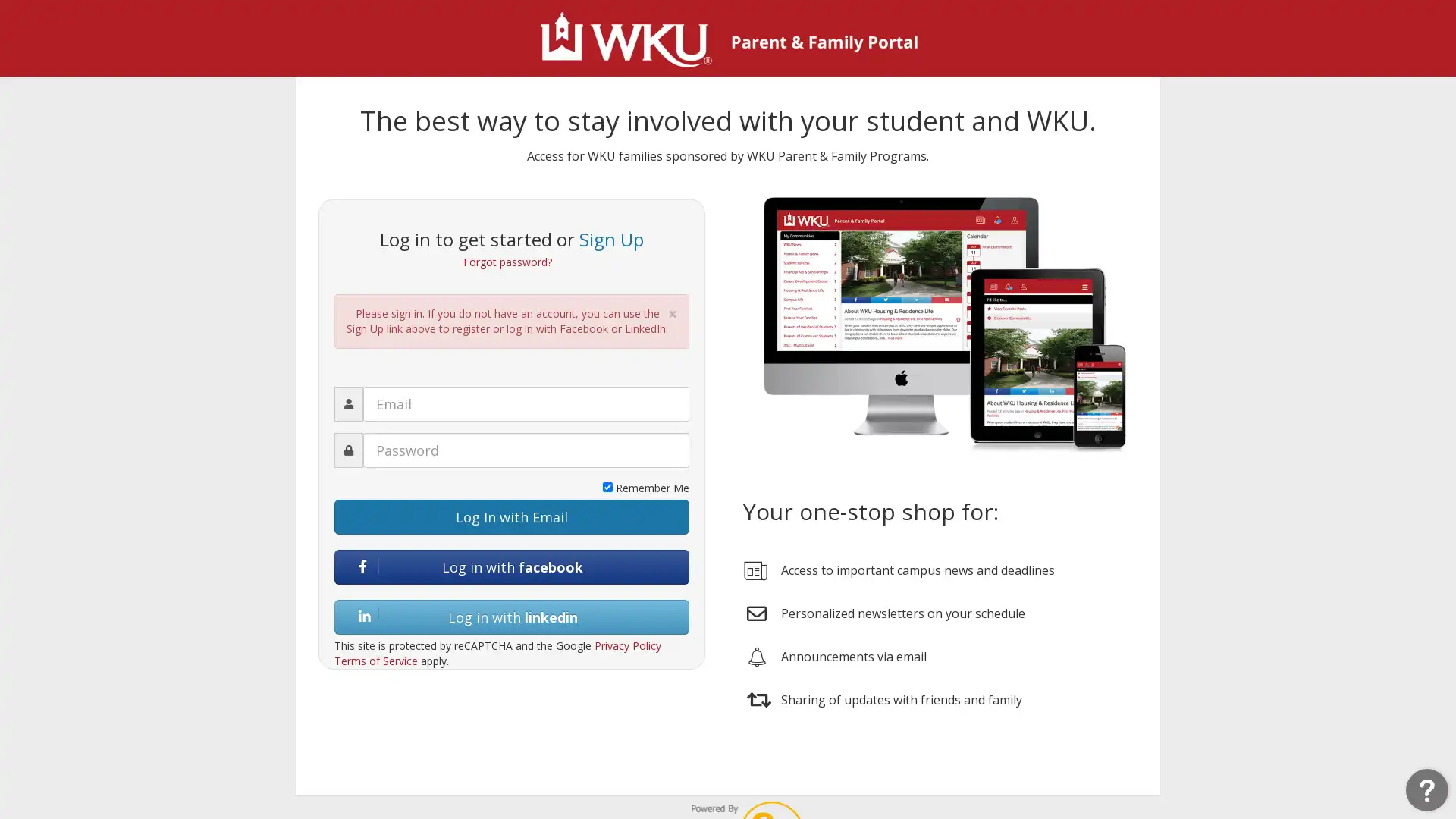 The height and width of the screenshot is (819, 1456). I want to click on Log in with linkedin, so click(512, 617).